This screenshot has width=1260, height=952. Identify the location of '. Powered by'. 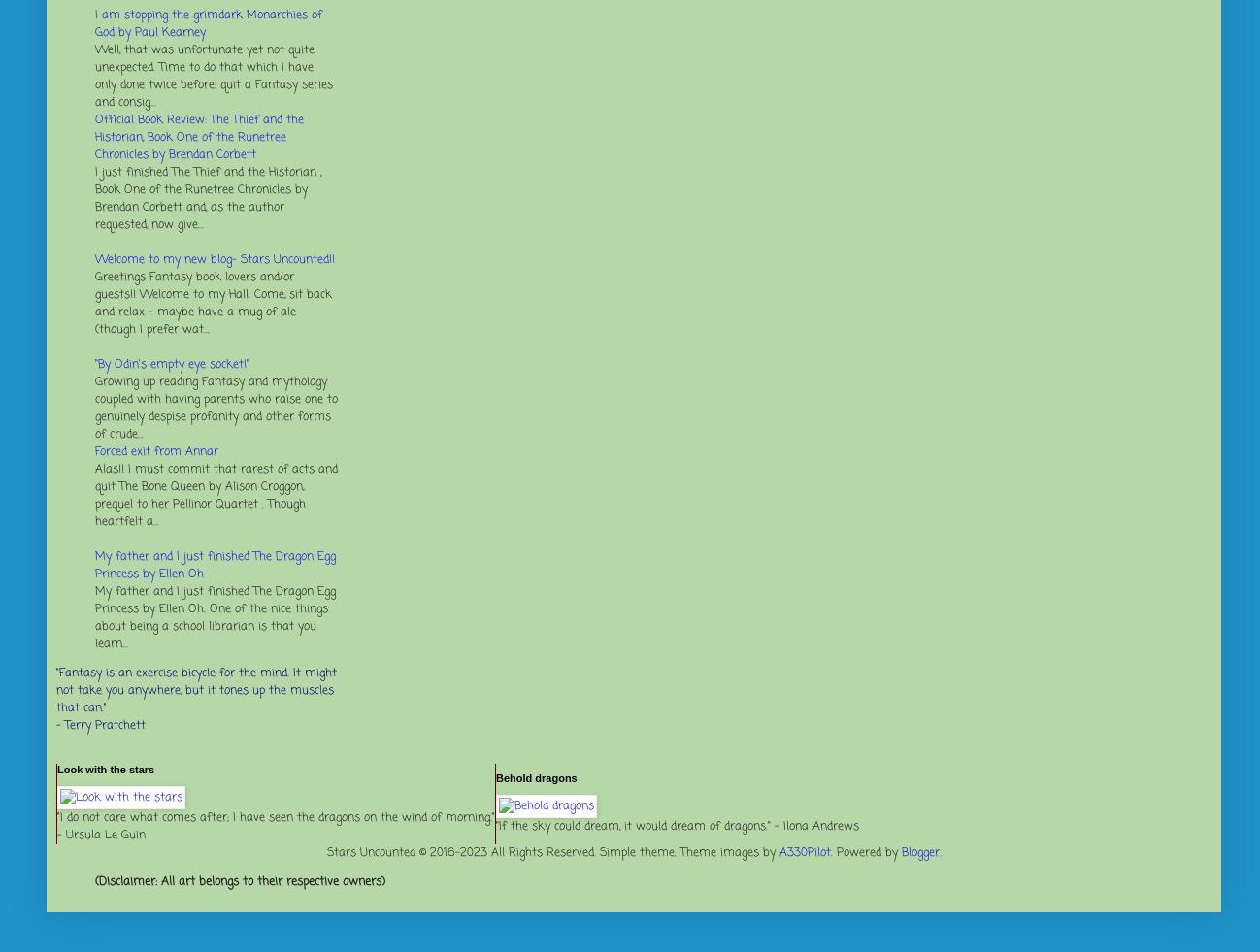
(865, 852).